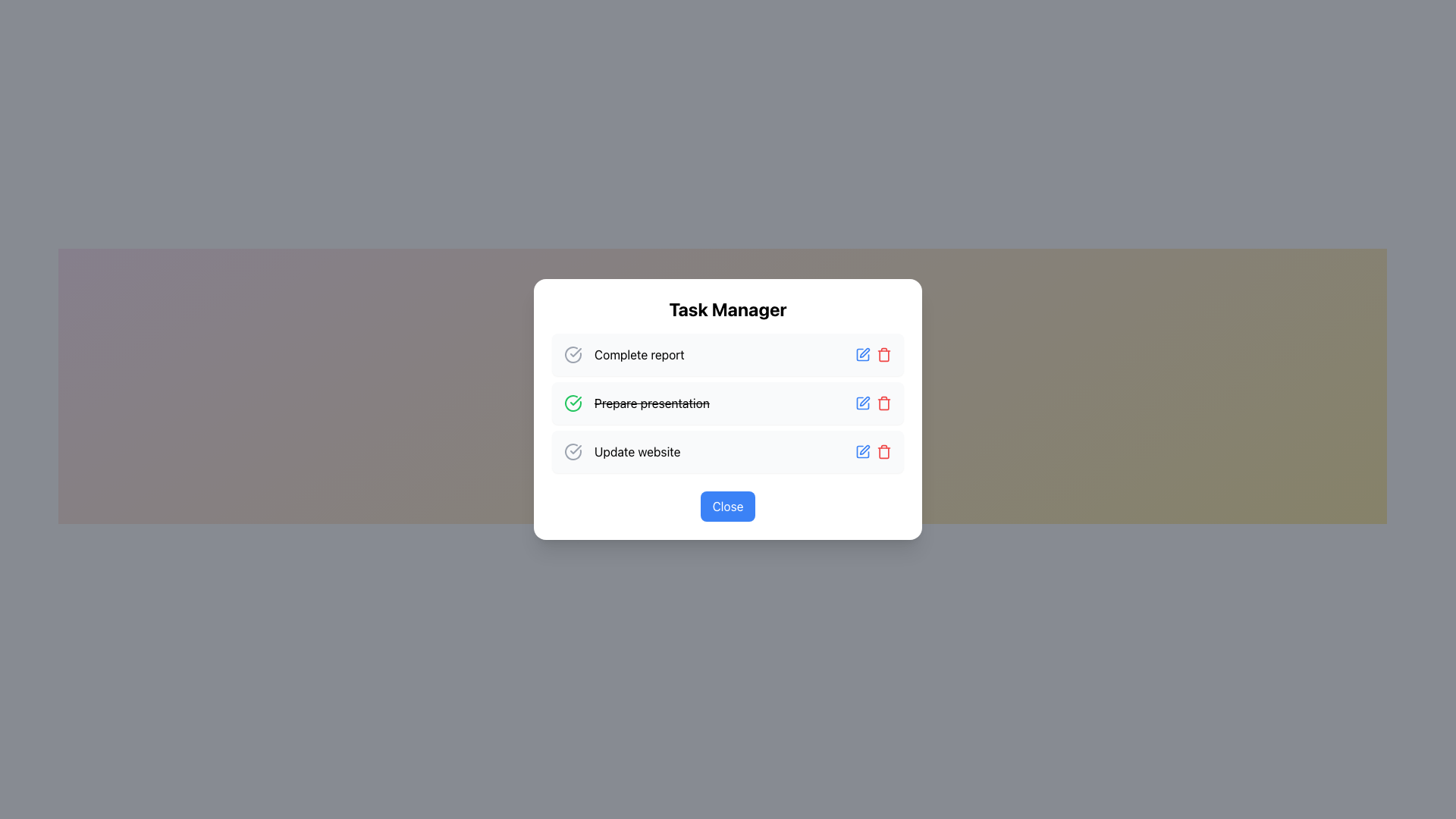  Describe the element at coordinates (728, 403) in the screenshot. I see `the task item 'Prepare presentation' in the List Section, which is styled with a strikethrough font` at that location.